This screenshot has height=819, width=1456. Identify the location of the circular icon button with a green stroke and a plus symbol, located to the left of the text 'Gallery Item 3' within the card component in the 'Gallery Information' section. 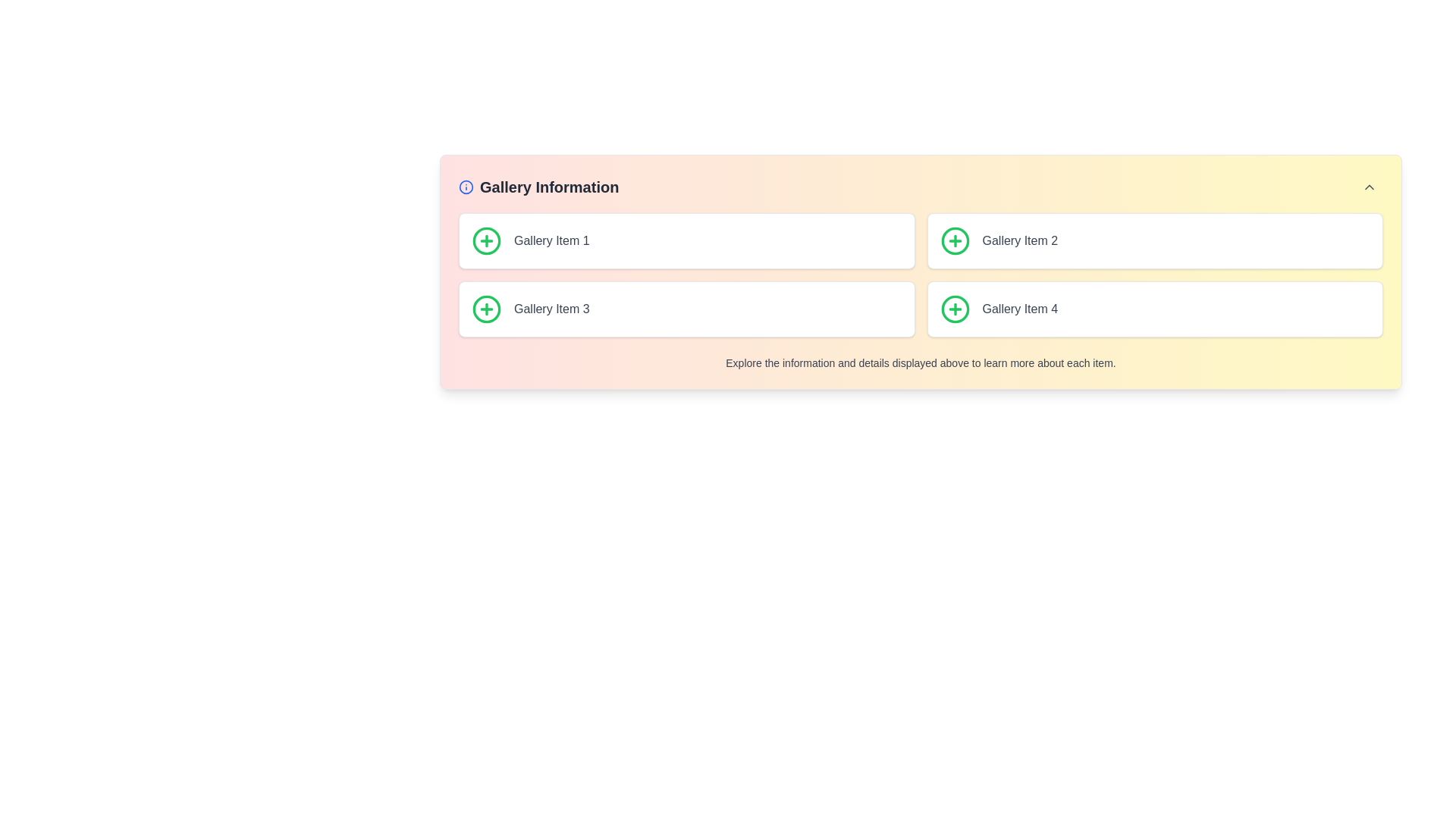
(487, 309).